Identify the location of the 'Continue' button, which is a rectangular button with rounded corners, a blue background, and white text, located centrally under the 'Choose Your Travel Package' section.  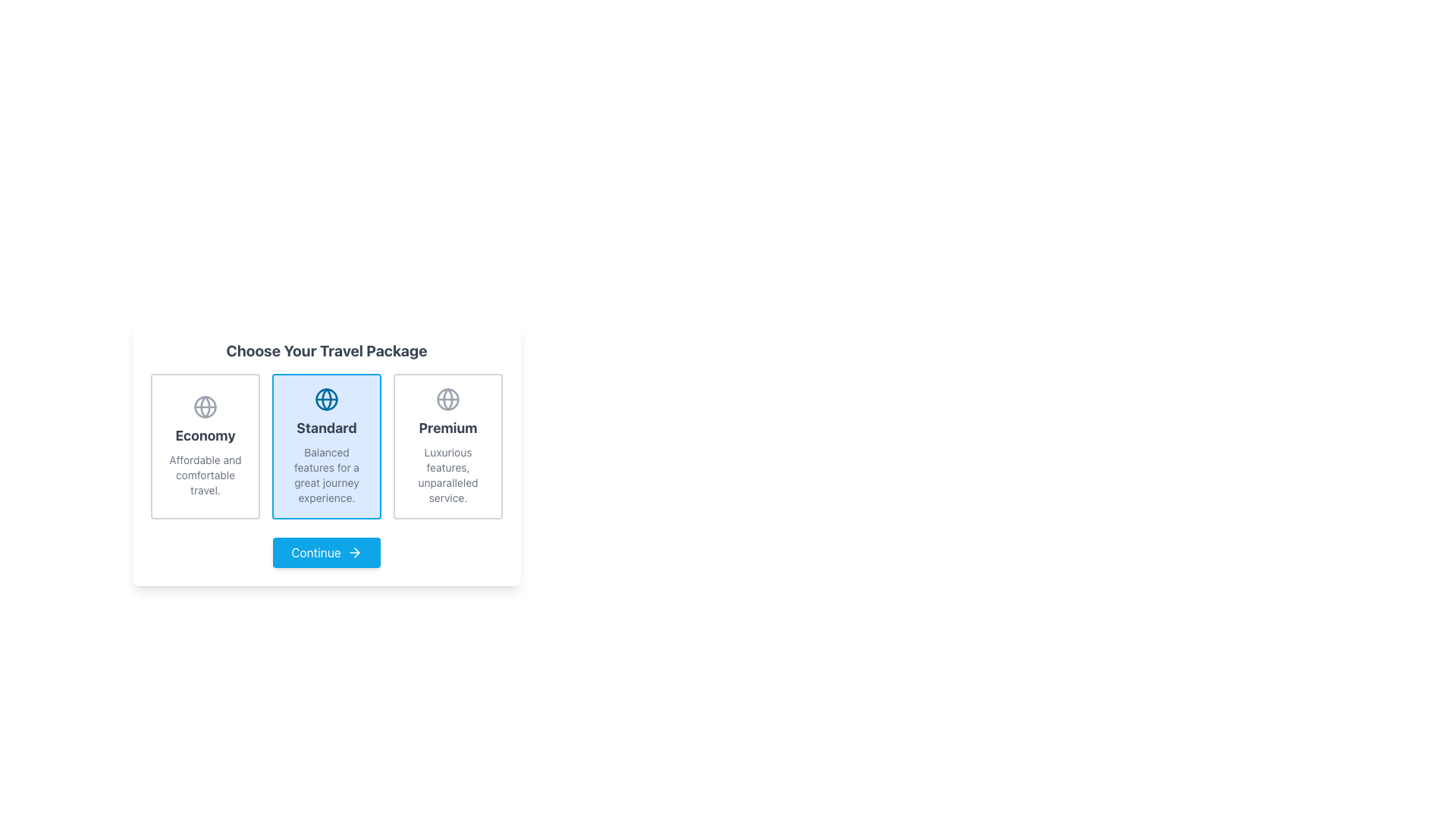
(326, 553).